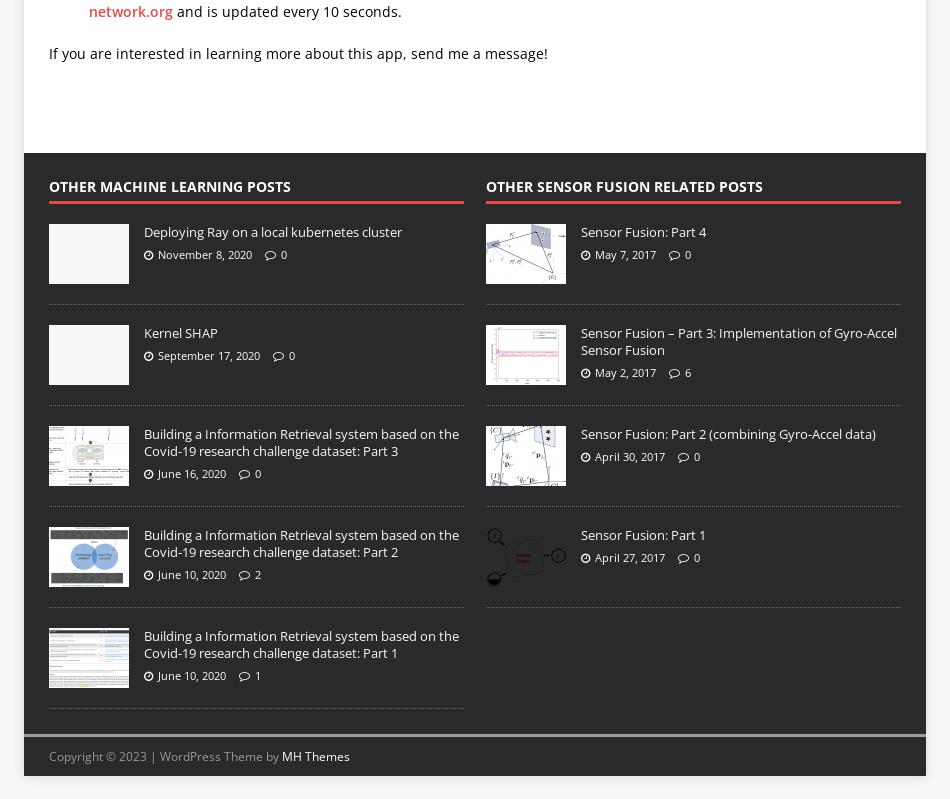 The image size is (950, 799). I want to click on 'Deploying Ray on a local kubernetes cluster', so click(270, 231).